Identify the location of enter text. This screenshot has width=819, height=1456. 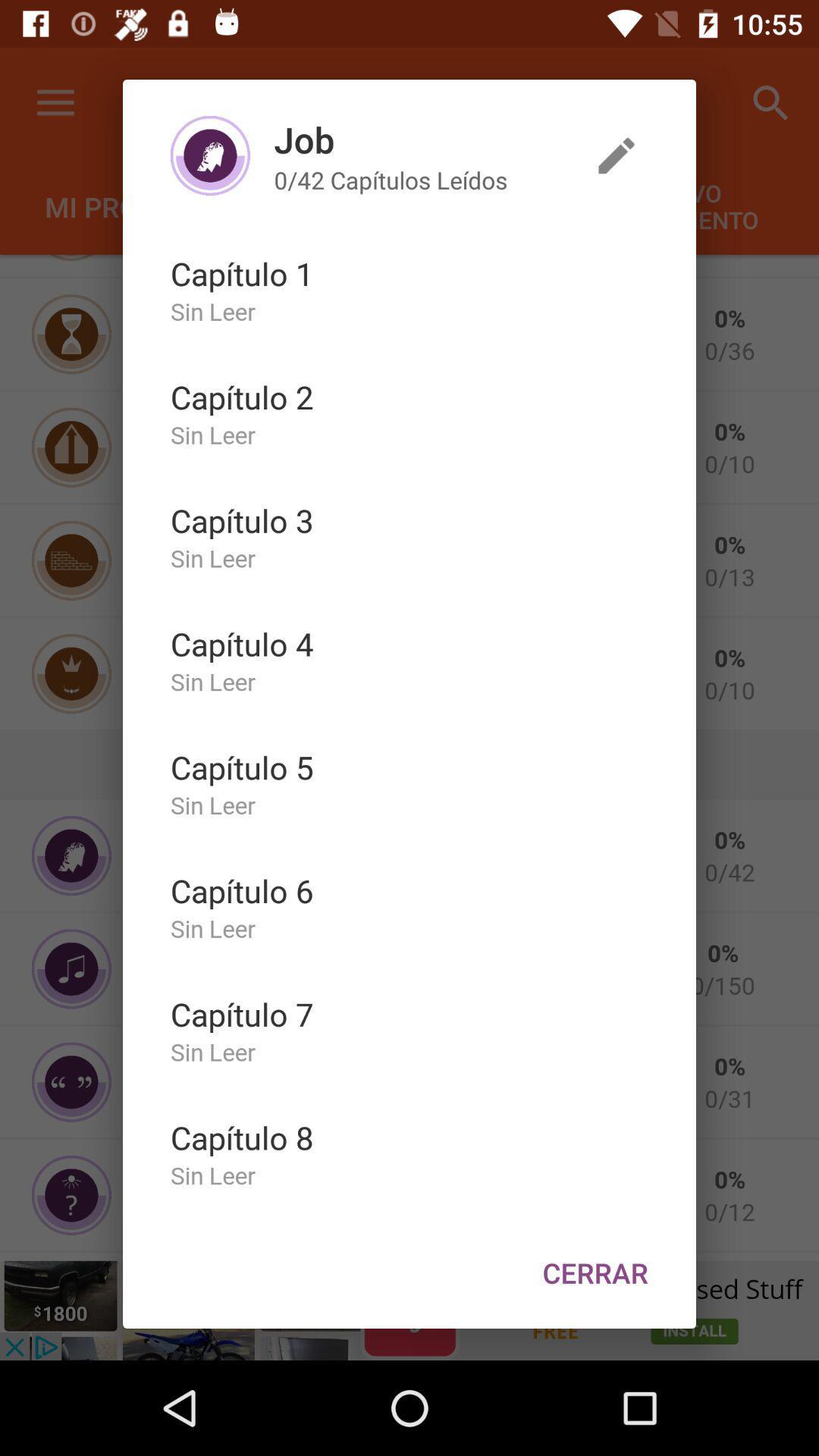
(617, 155).